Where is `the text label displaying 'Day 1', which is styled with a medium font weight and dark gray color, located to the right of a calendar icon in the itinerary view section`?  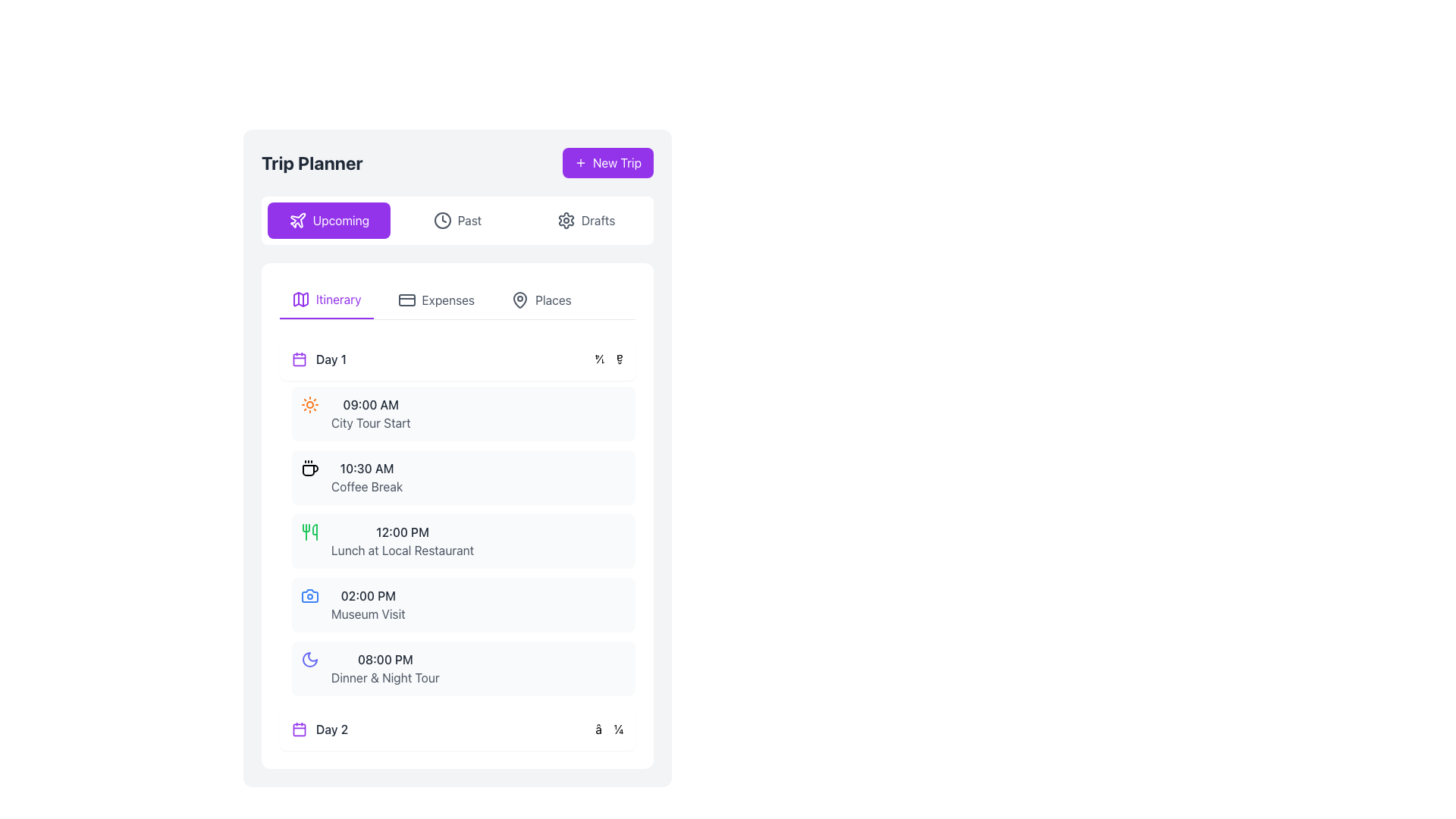 the text label displaying 'Day 1', which is styled with a medium font weight and dark gray color, located to the right of a calendar icon in the itinerary view section is located at coordinates (330, 359).